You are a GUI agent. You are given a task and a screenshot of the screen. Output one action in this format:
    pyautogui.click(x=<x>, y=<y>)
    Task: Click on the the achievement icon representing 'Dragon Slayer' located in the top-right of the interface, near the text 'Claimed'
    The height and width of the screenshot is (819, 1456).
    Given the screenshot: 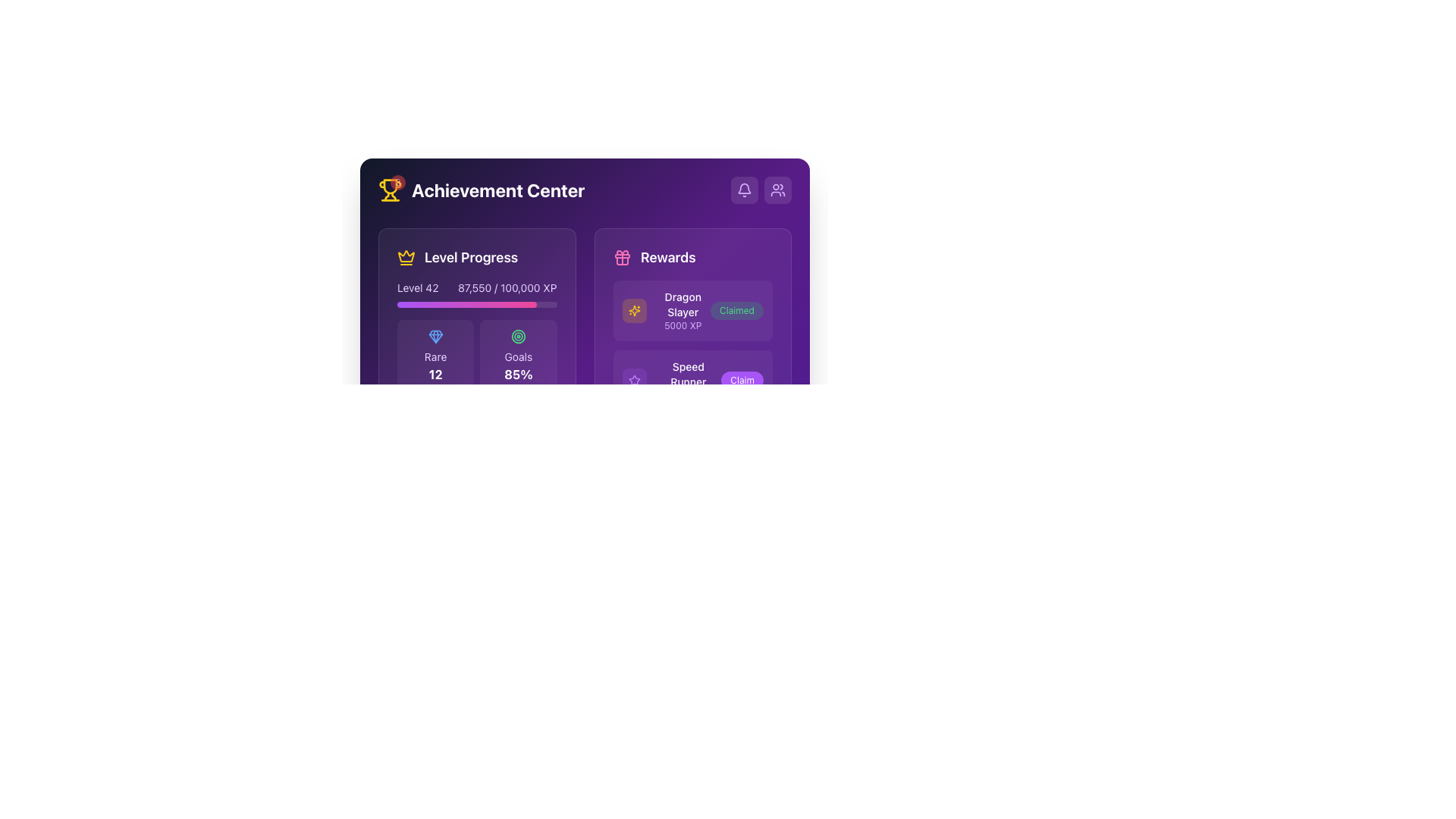 What is the action you would take?
    pyautogui.click(x=634, y=379)
    